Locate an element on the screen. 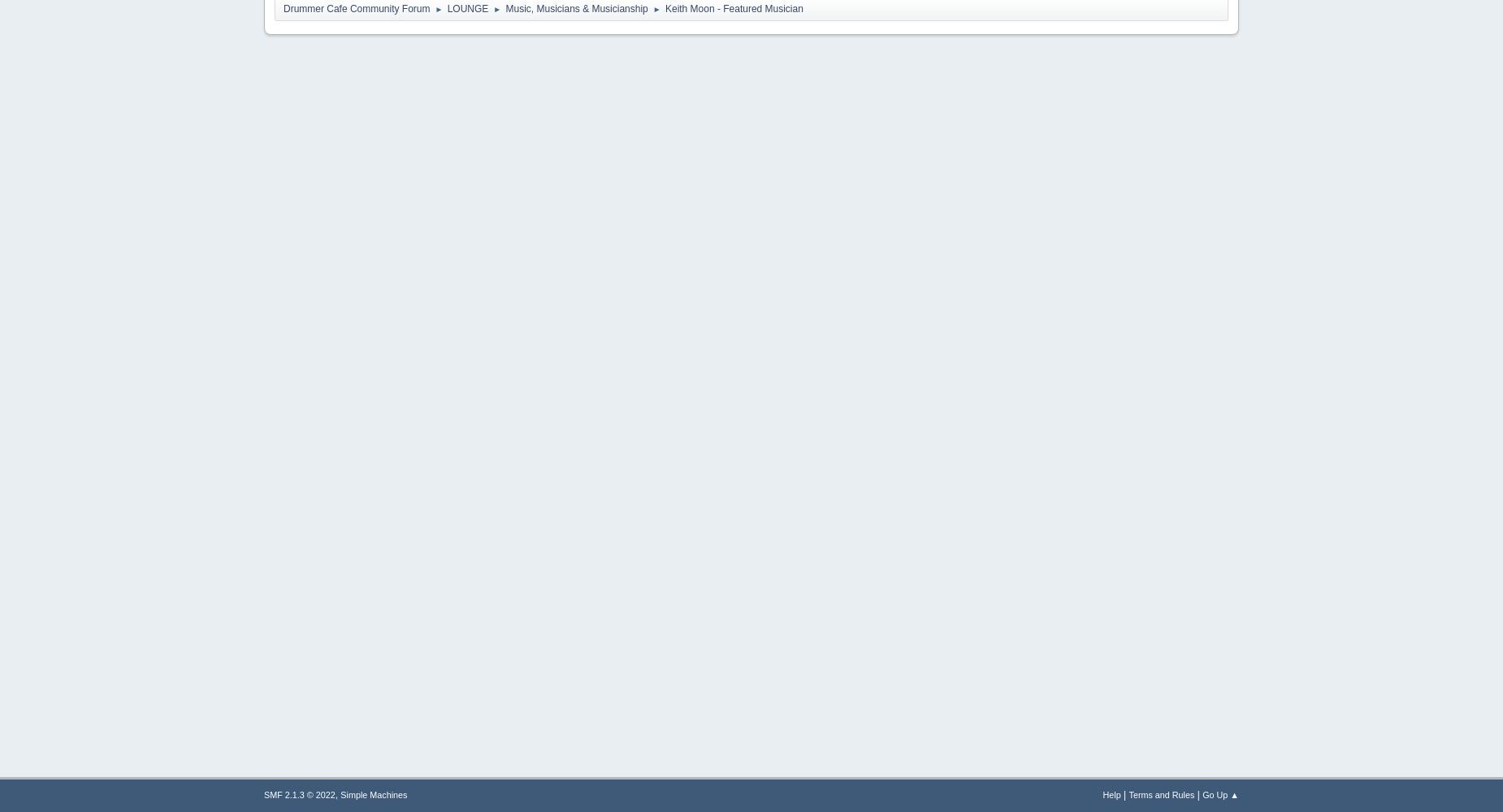  'Simple Machines' is located at coordinates (372, 794).